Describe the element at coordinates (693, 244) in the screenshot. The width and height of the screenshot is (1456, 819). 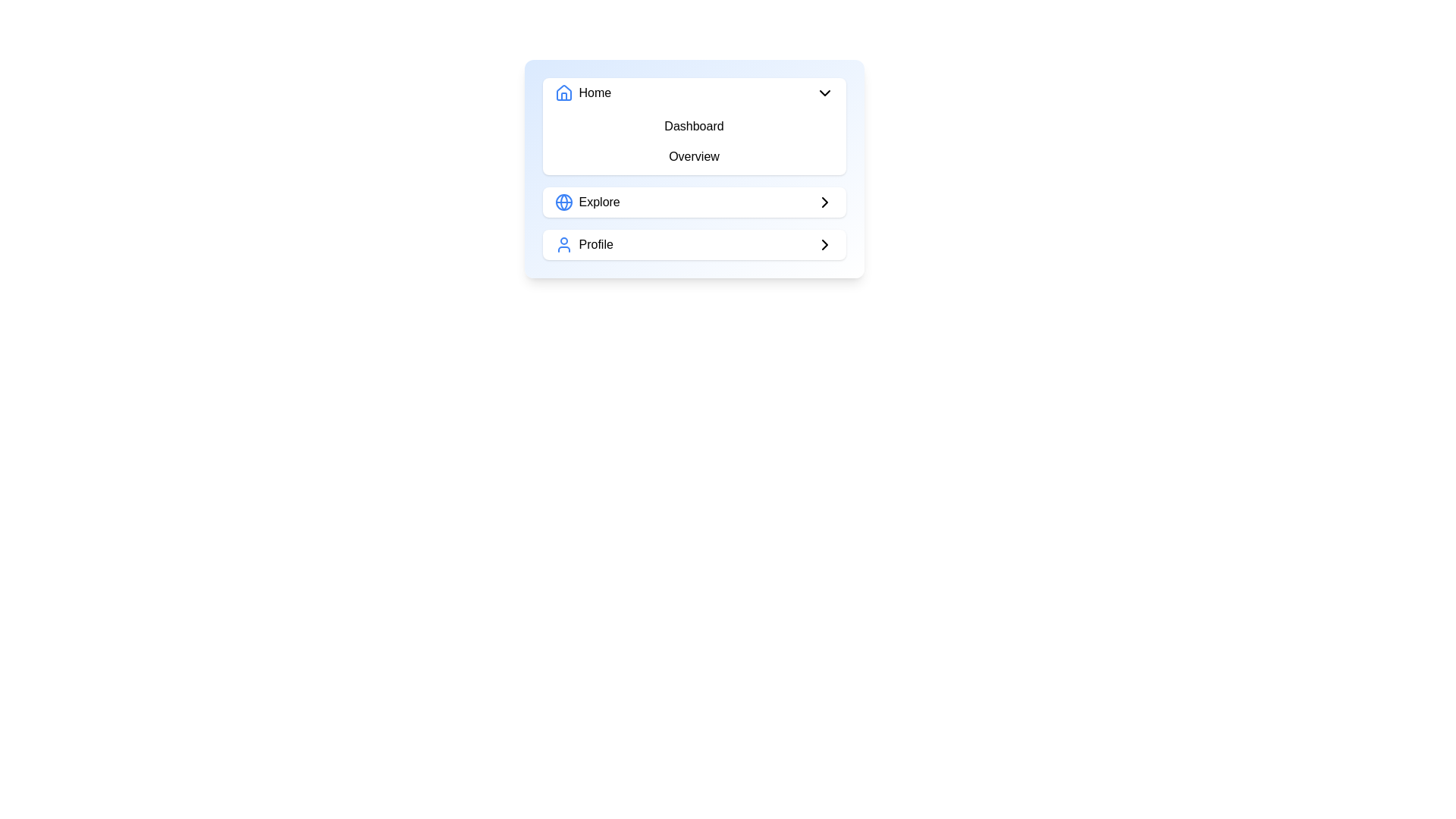
I see `the Profile button, the last element in the vertical list of navigational options` at that location.